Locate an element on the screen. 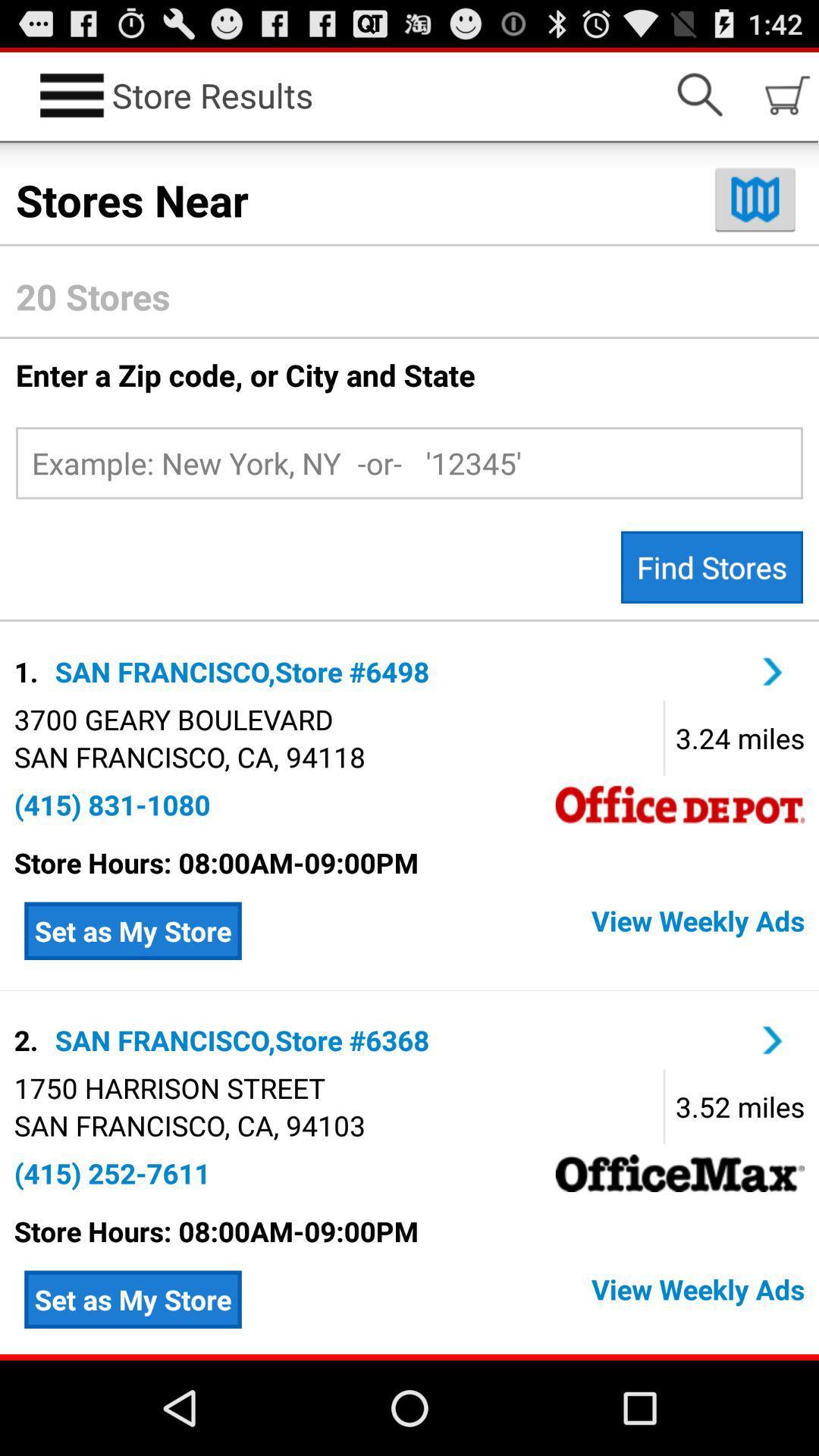 Image resolution: width=819 pixels, height=1456 pixels. the app to the right of the store results item is located at coordinates (699, 94).